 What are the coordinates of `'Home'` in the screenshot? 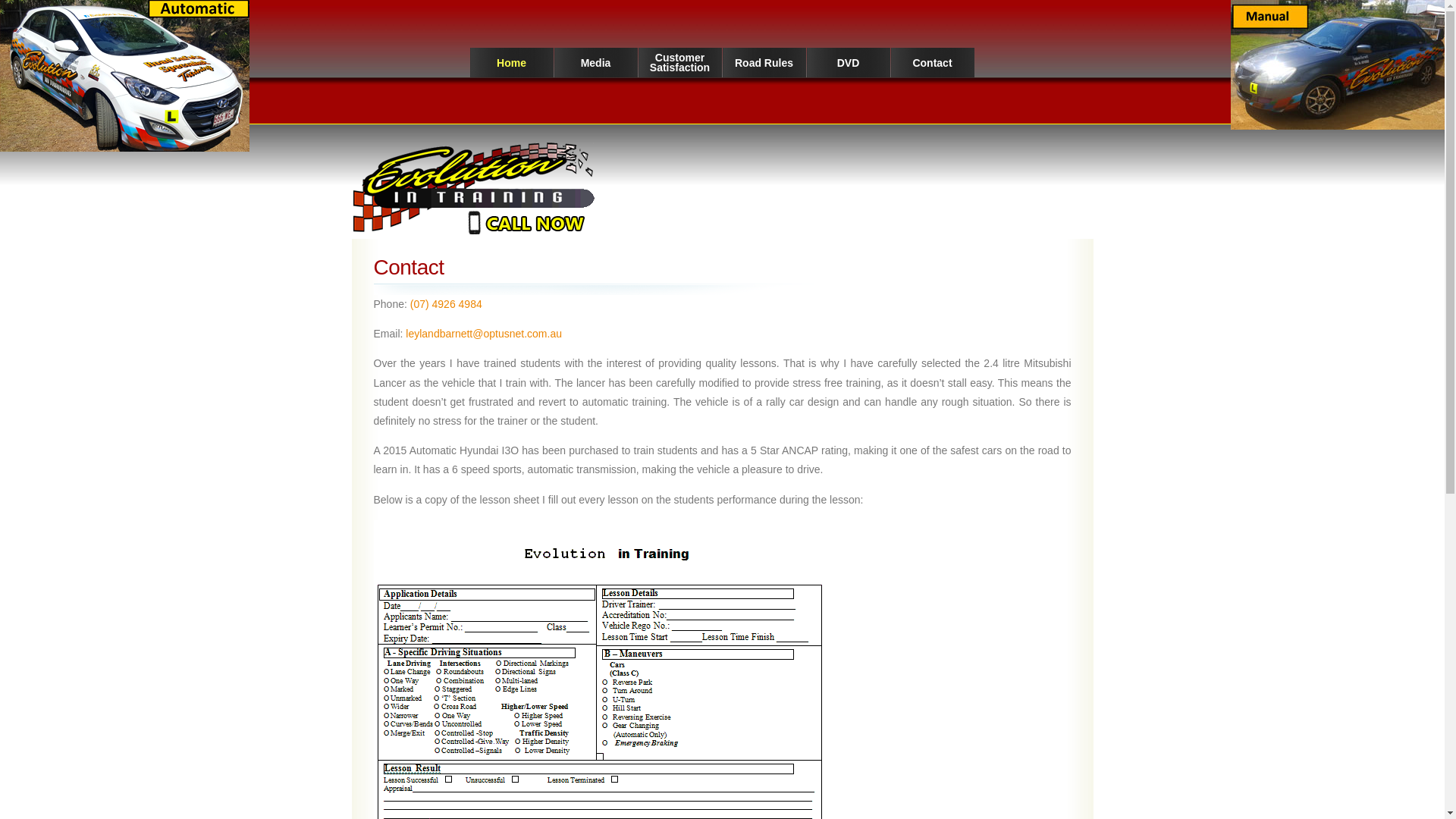 It's located at (512, 63).